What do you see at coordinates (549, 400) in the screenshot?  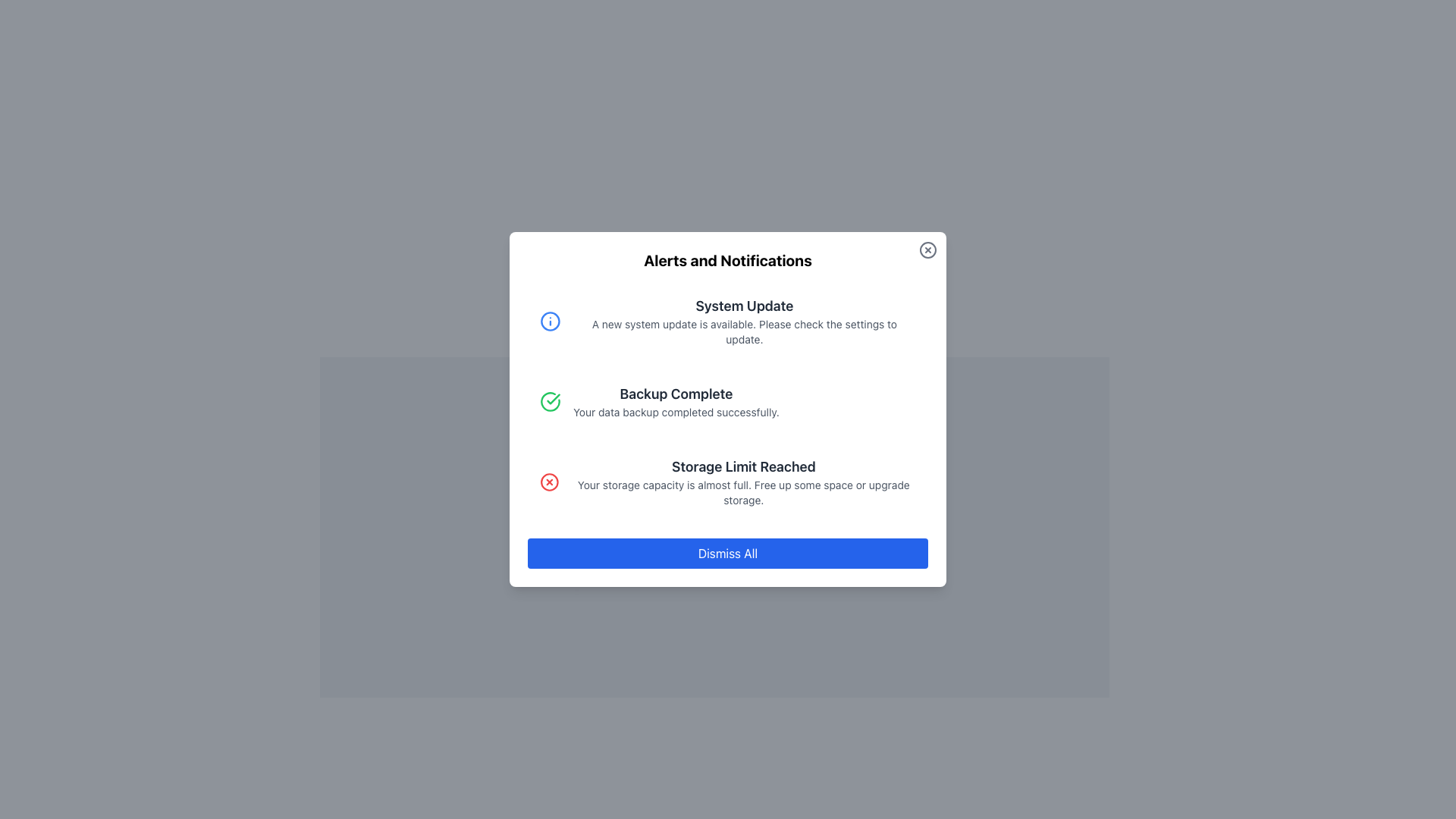 I see `the circular icon with a green border and a green checkmark inside, which indicates a successful action, located to the left of the 'Backup Complete' text in the second notification of the list` at bounding box center [549, 400].